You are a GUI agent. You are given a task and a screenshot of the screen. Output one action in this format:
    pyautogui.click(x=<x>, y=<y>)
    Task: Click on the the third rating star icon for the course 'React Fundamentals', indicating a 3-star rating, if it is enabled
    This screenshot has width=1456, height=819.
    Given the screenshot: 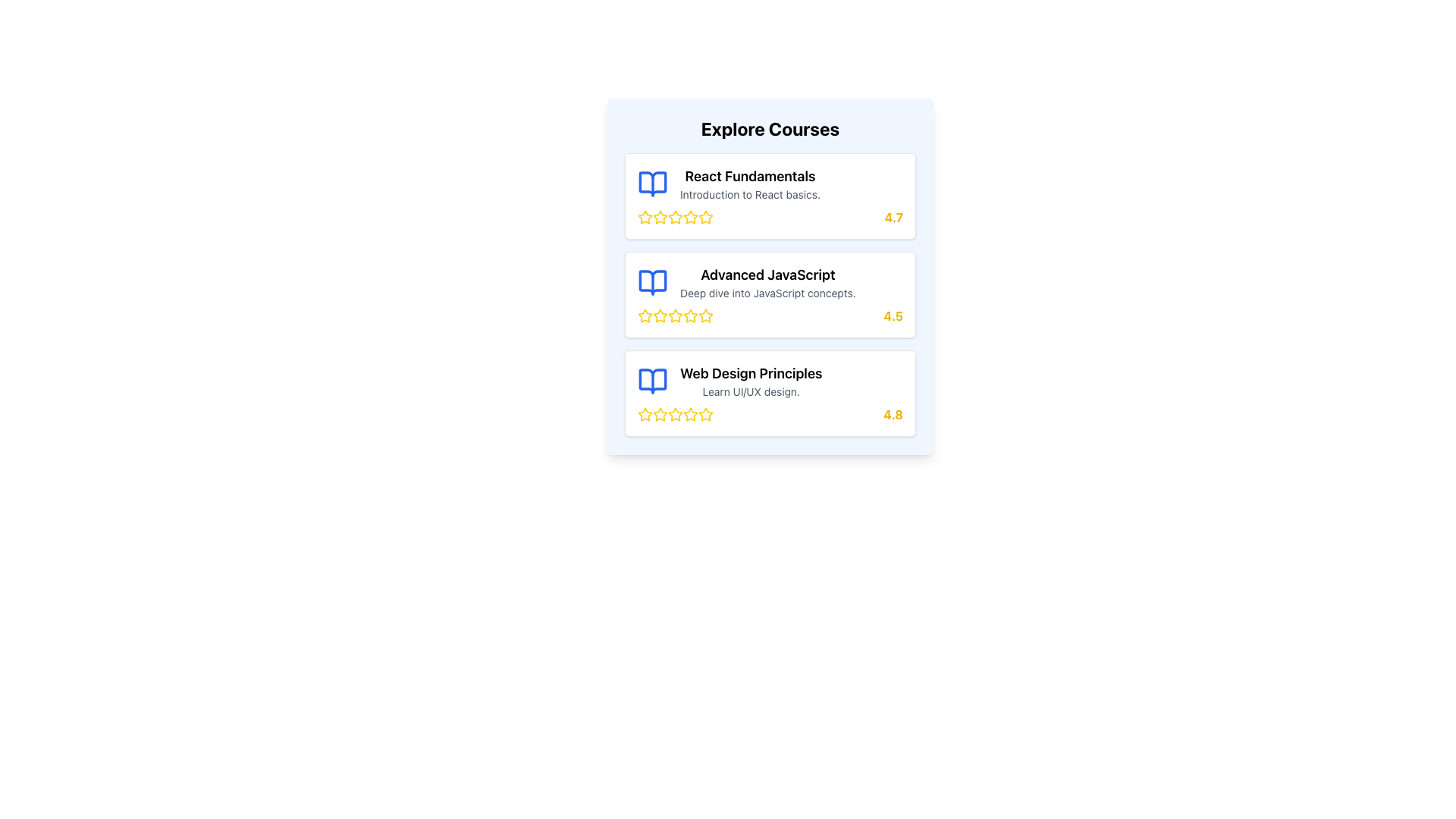 What is the action you would take?
    pyautogui.click(x=660, y=217)
    